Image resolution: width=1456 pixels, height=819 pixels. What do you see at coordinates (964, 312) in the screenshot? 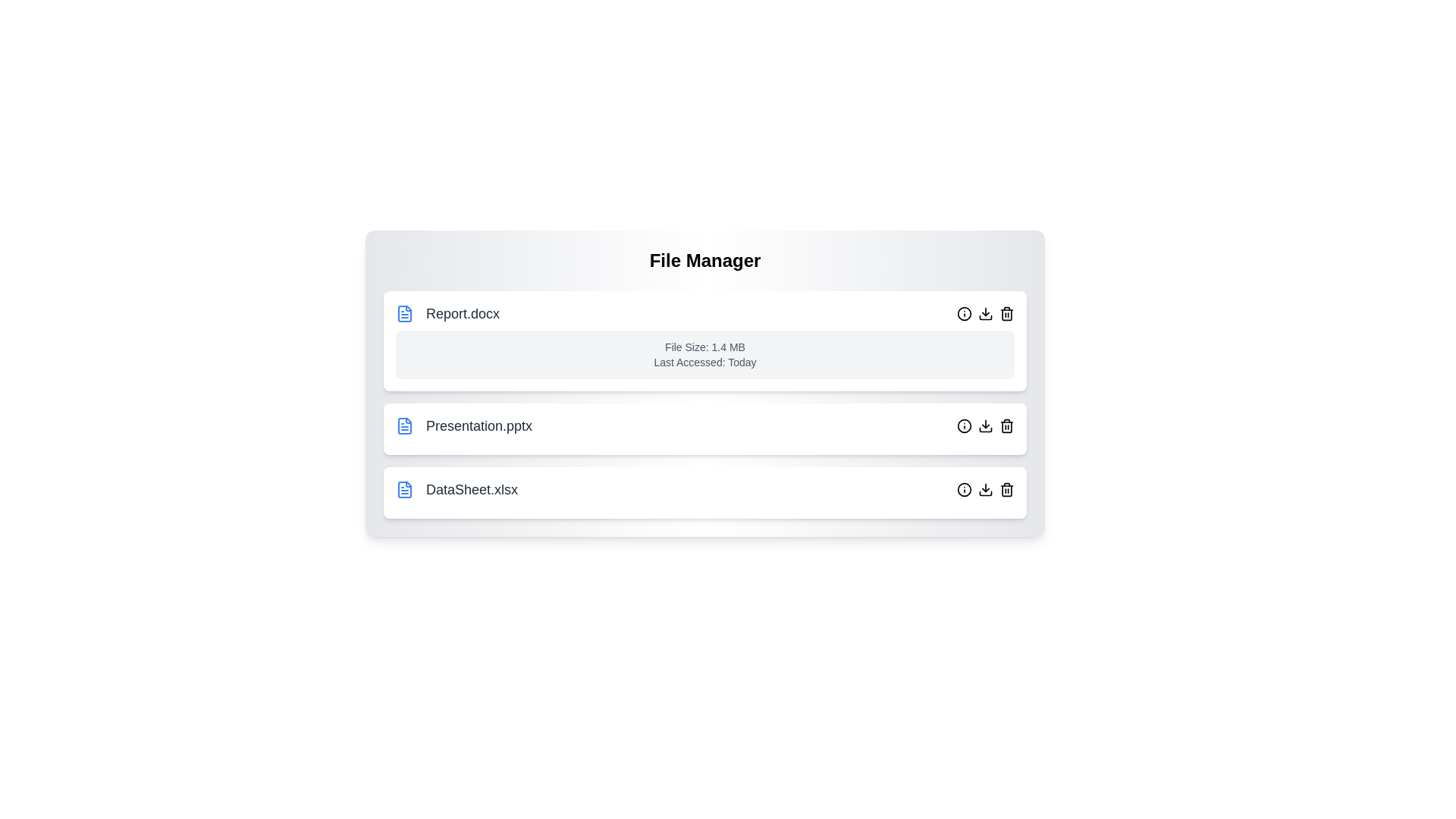
I see `'info' button for the file named Report.docx to toggle its details` at bounding box center [964, 312].